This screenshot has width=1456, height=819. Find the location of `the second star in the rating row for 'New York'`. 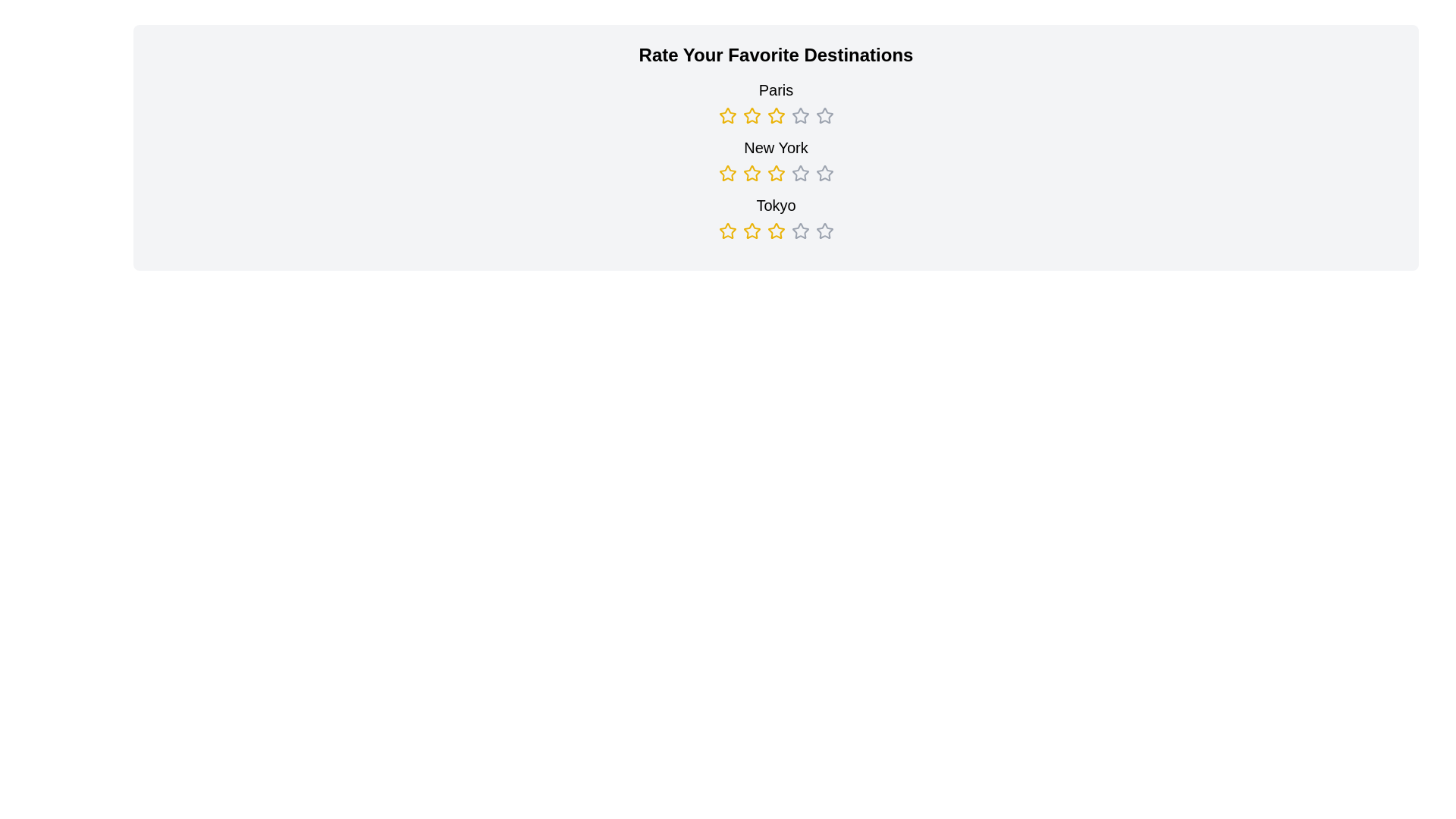

the second star in the rating row for 'New York' is located at coordinates (726, 172).